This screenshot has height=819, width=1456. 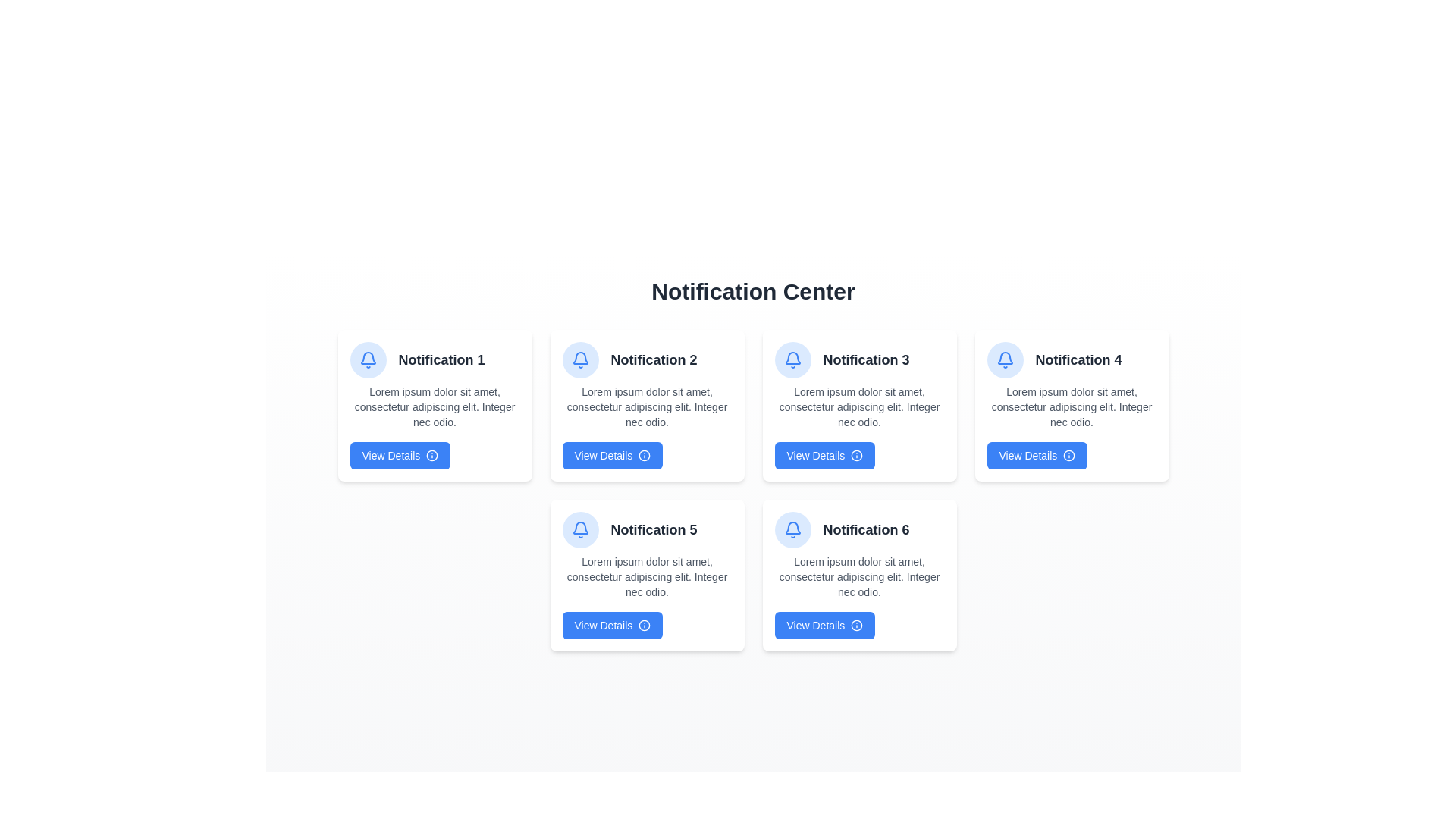 I want to click on the circular notification icon with a light blue background and a blue bell symbol, so click(x=792, y=359).